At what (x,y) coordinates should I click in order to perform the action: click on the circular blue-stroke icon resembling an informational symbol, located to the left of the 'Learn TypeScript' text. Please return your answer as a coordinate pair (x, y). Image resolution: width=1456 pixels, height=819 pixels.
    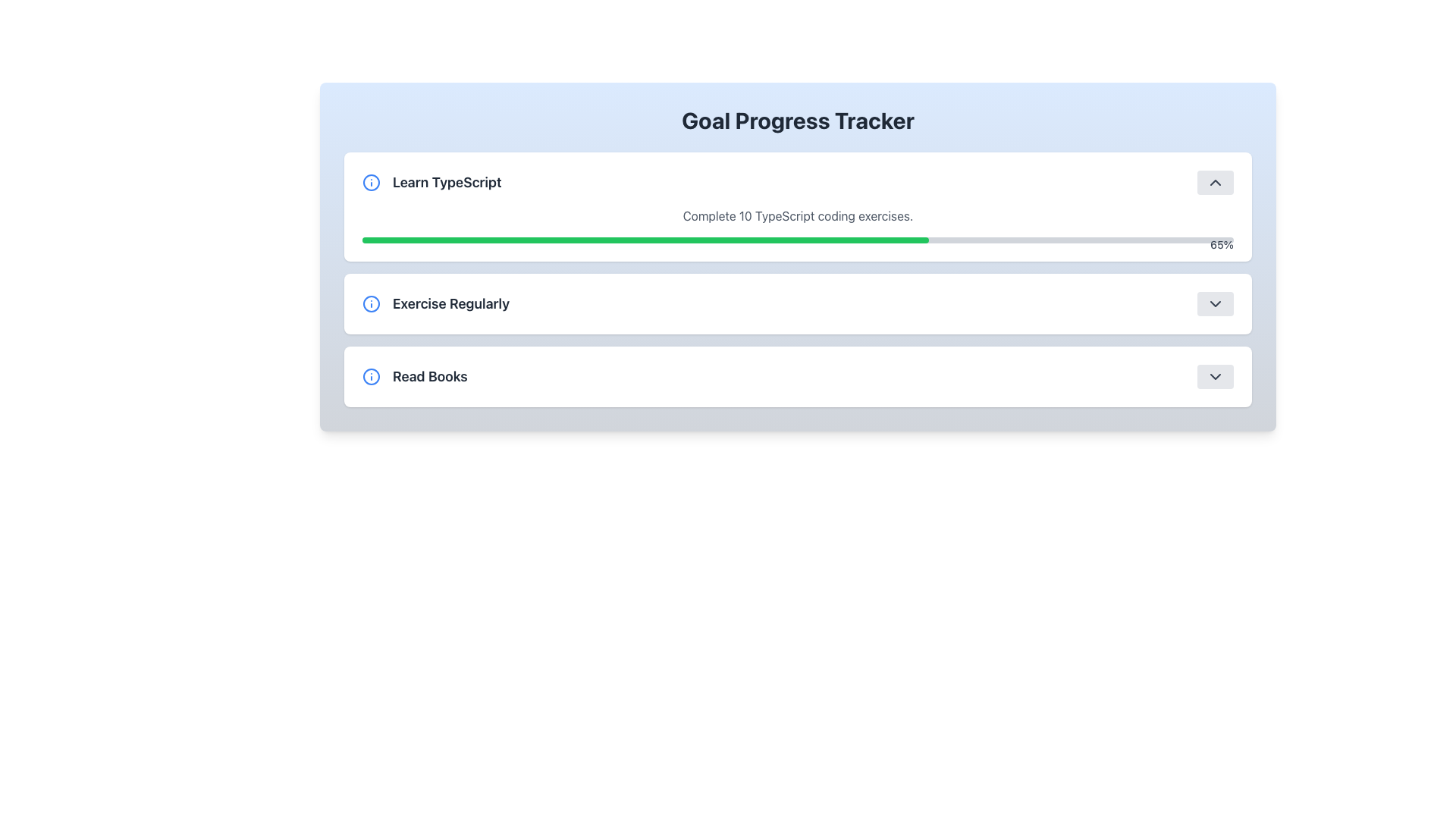
    Looking at the image, I should click on (371, 181).